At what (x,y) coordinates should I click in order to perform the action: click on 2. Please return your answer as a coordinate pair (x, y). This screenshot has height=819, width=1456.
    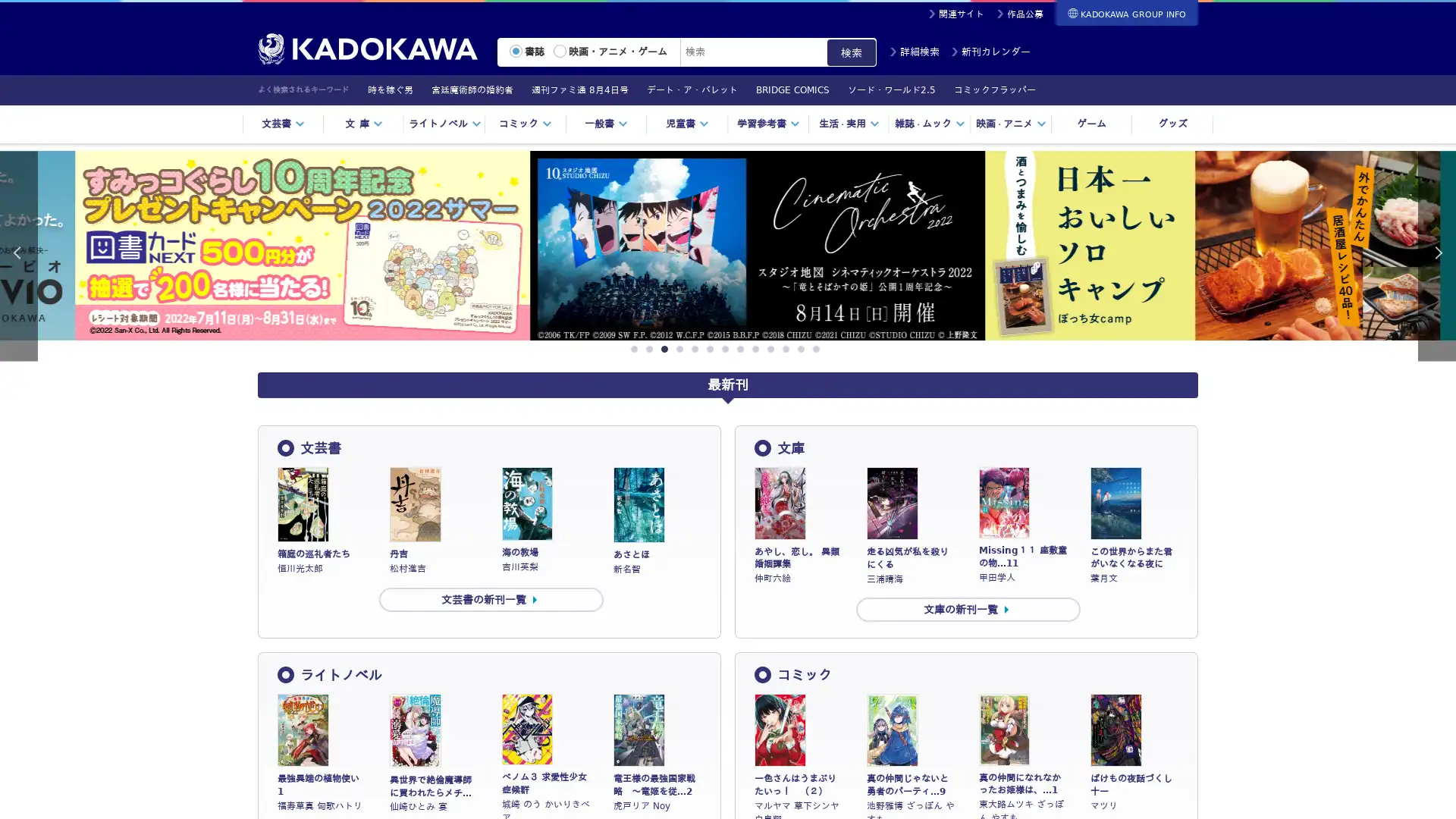
    Looking at the image, I should click on (651, 350).